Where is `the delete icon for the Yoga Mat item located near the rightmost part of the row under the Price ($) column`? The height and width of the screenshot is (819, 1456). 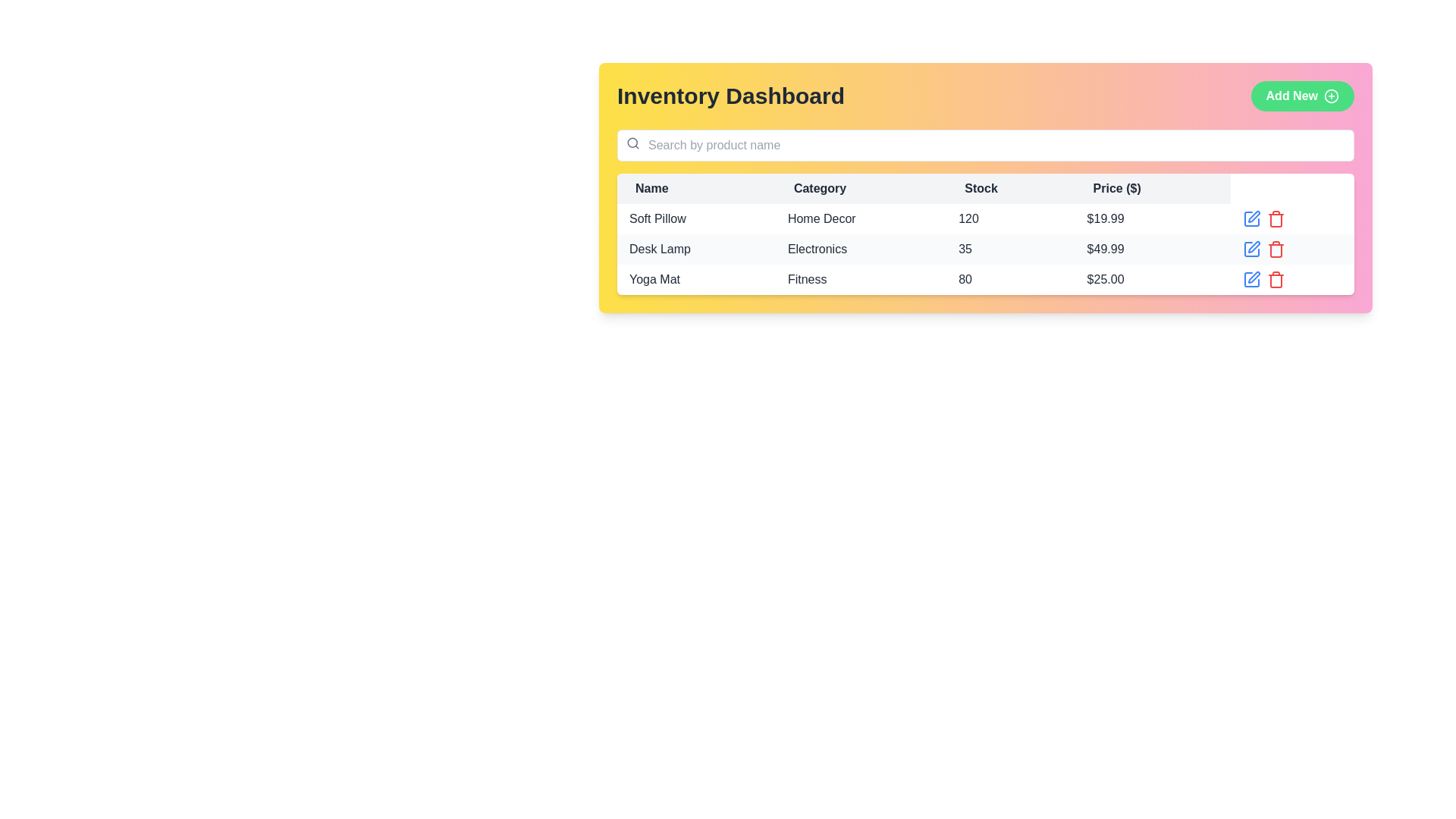
the delete icon for the Yoga Mat item located near the rightmost part of the row under the Price ($) column is located at coordinates (1276, 281).